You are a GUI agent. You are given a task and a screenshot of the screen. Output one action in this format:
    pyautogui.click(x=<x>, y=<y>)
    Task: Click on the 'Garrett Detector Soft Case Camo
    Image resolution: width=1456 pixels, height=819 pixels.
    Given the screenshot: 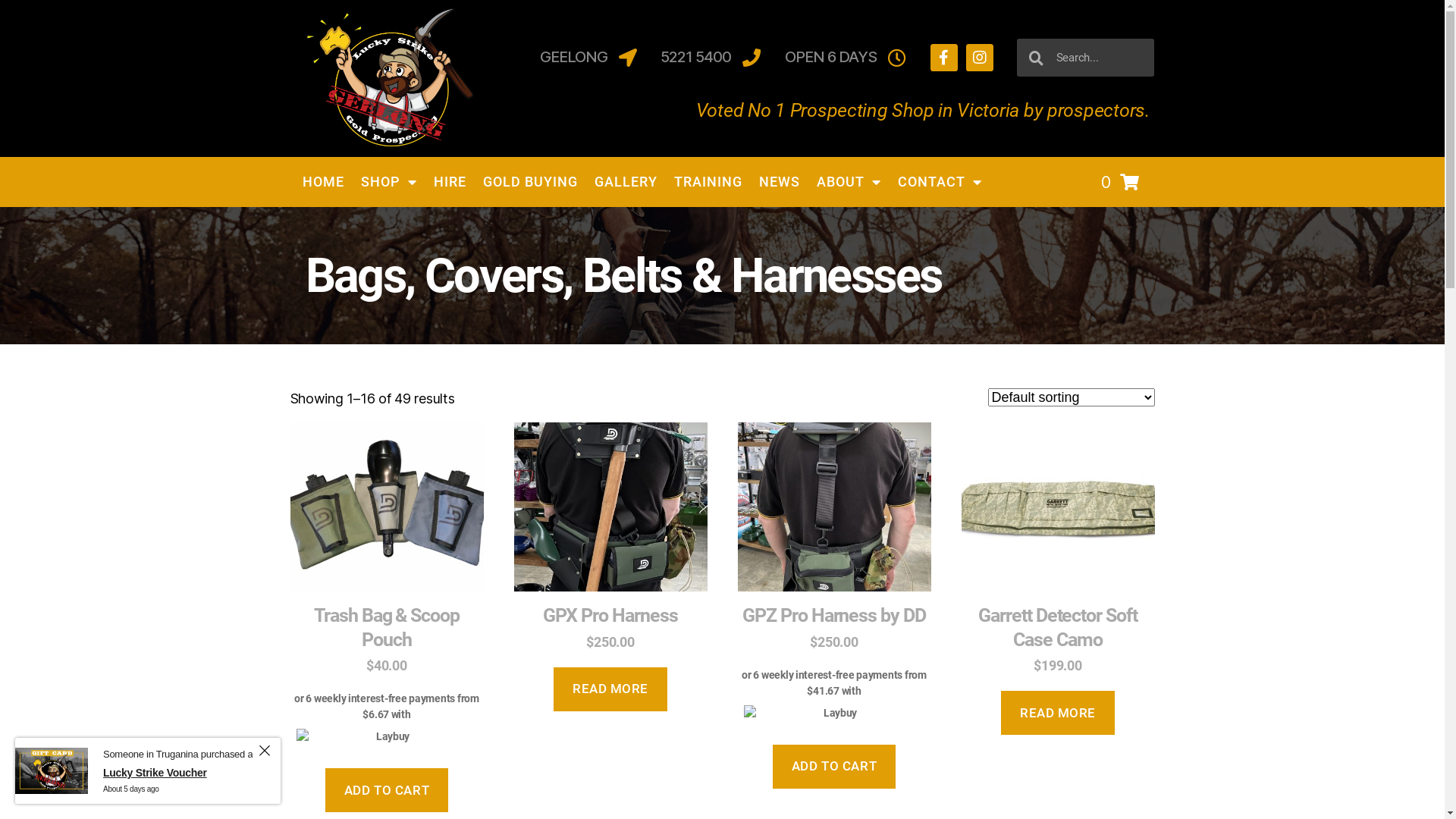 What is the action you would take?
    pyautogui.click(x=1057, y=548)
    